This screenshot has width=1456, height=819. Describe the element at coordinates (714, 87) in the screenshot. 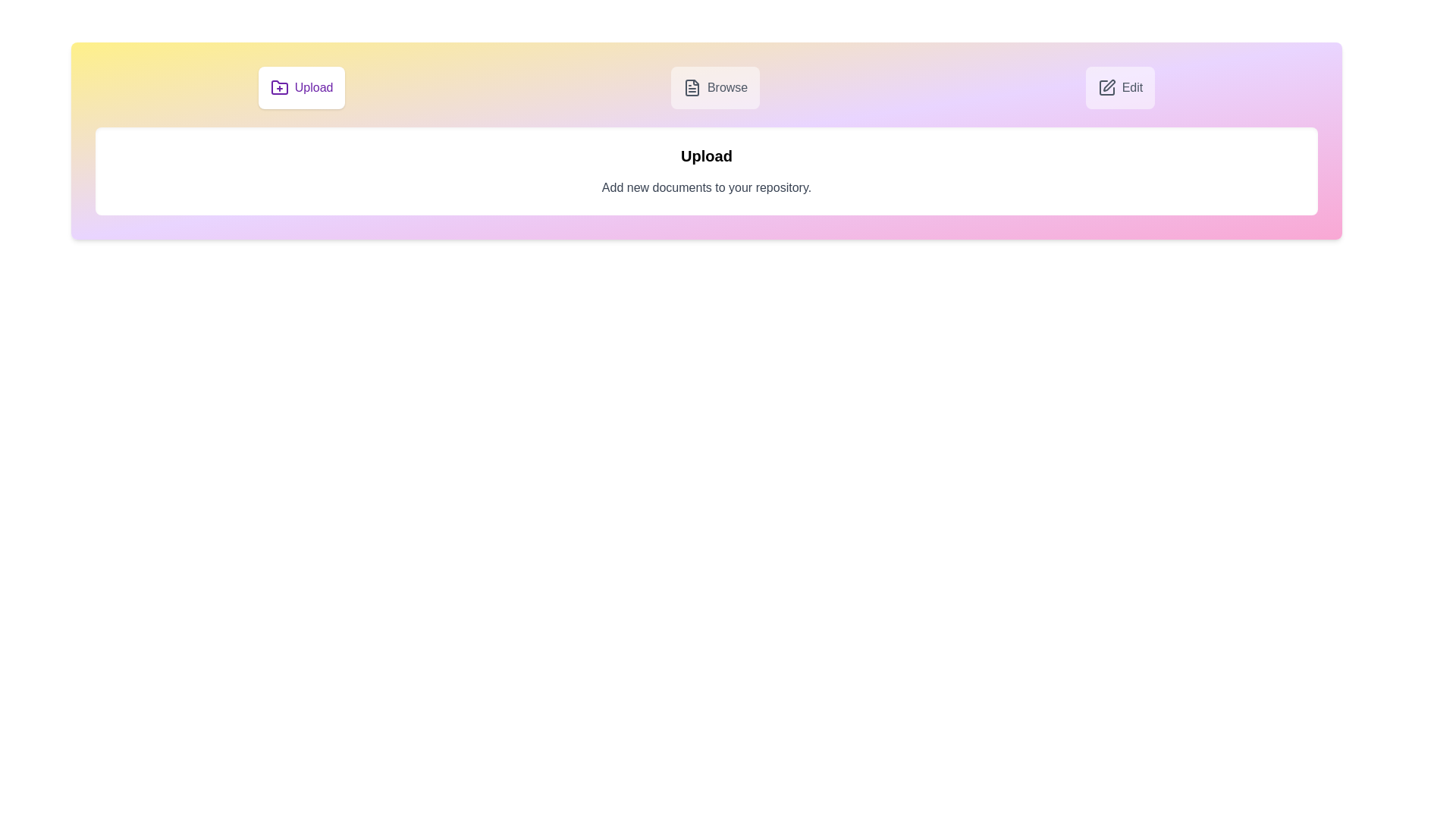

I see `the Browse tab by clicking on its button` at that location.